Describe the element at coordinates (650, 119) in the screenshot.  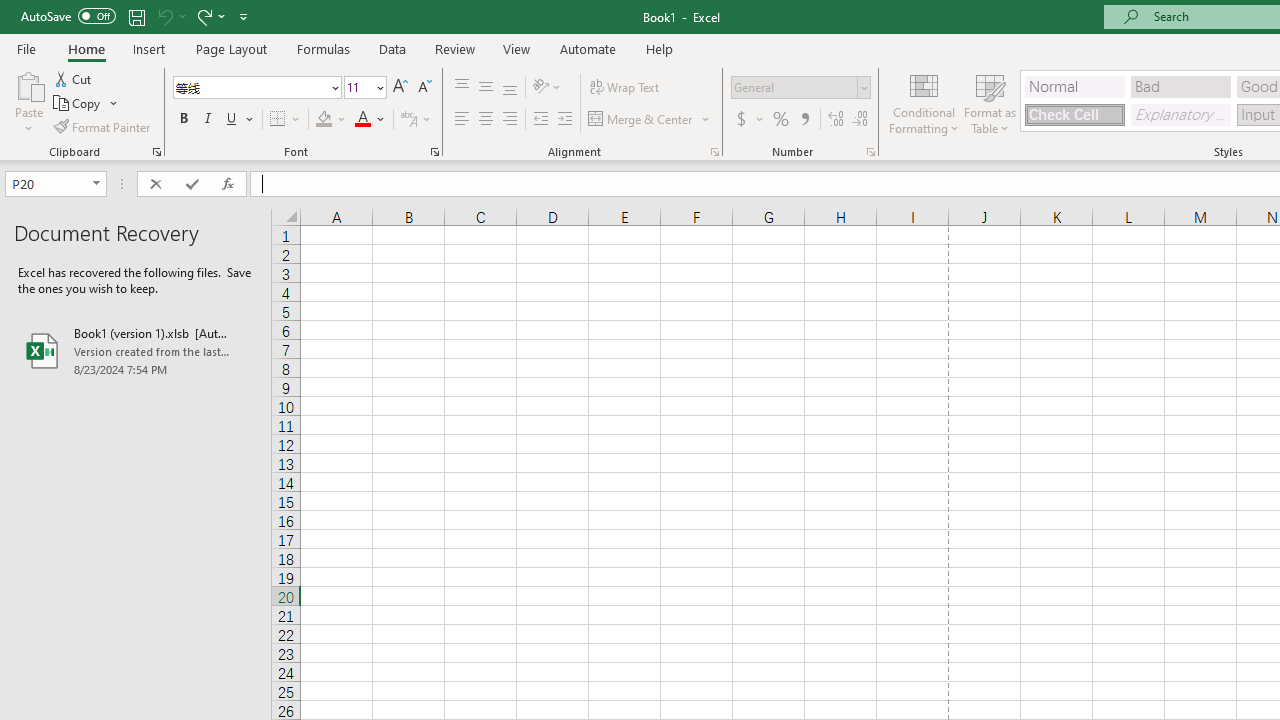
I see `'Merge & Center'` at that location.